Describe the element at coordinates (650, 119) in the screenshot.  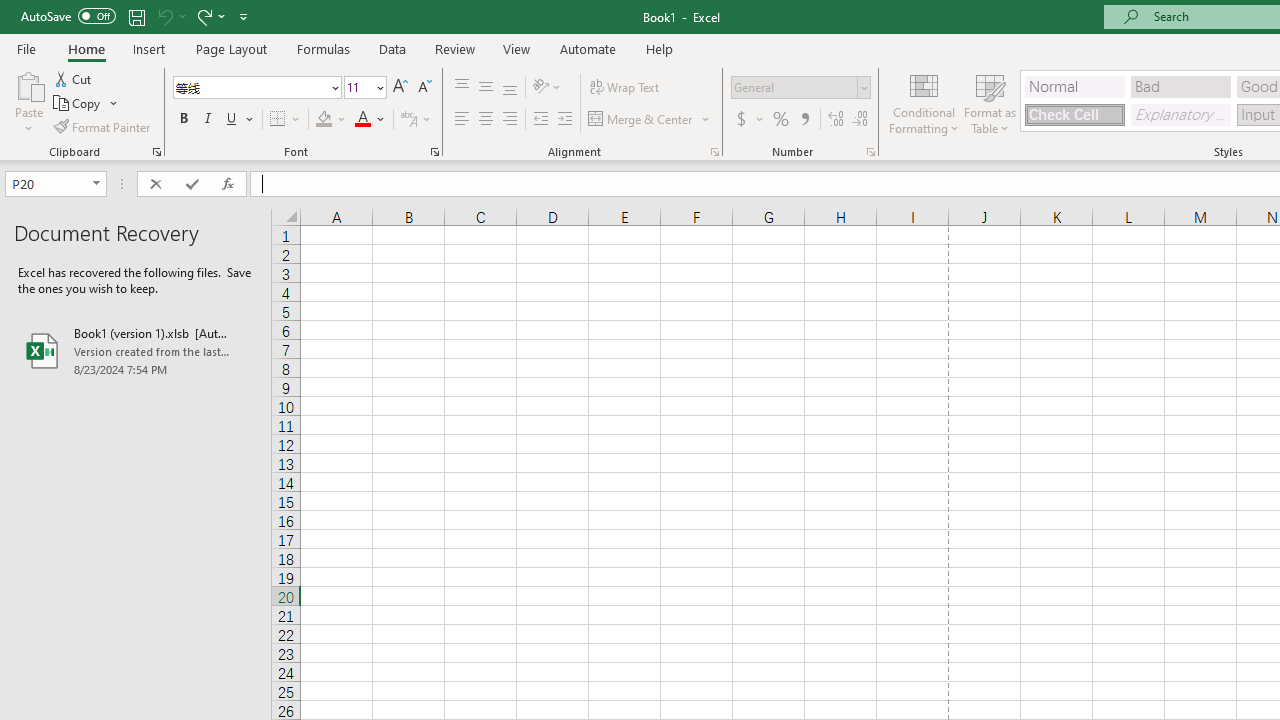
I see `'Merge & Center'` at that location.